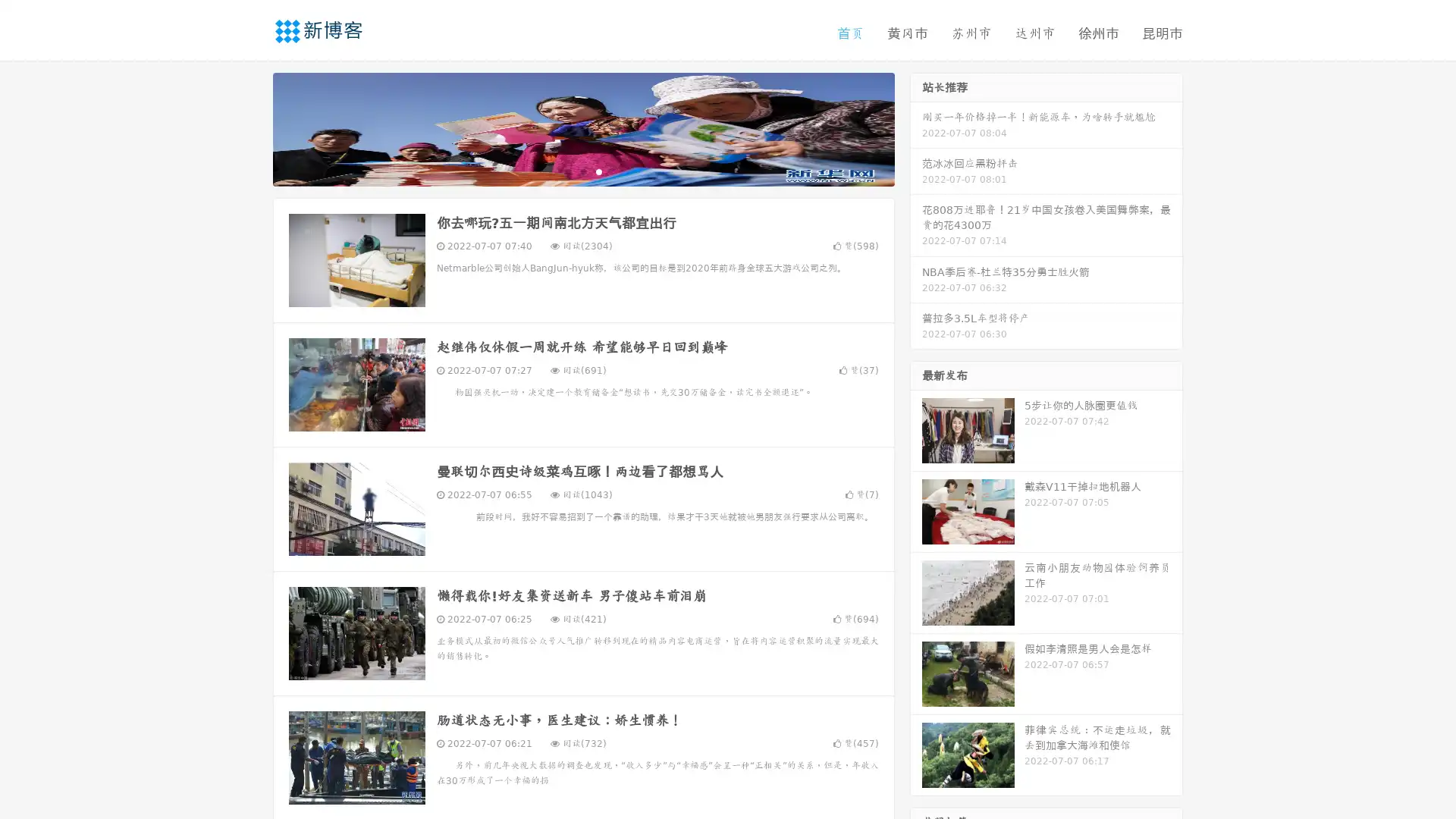 This screenshot has width=1456, height=819. I want to click on Go to slide 1, so click(567, 171).